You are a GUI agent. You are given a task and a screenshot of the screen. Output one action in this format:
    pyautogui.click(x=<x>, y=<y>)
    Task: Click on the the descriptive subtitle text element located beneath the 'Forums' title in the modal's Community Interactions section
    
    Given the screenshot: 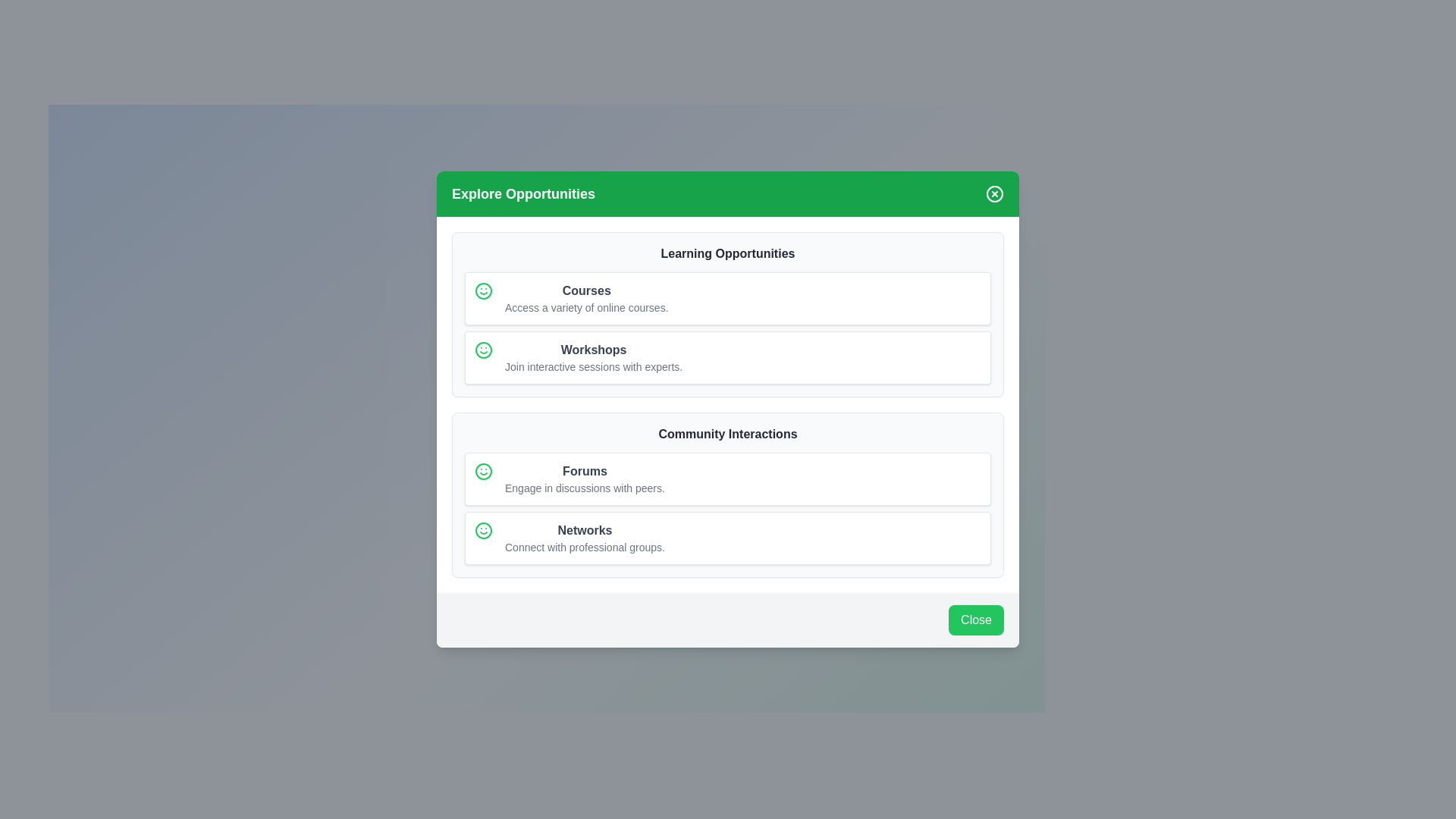 What is the action you would take?
    pyautogui.click(x=584, y=488)
    